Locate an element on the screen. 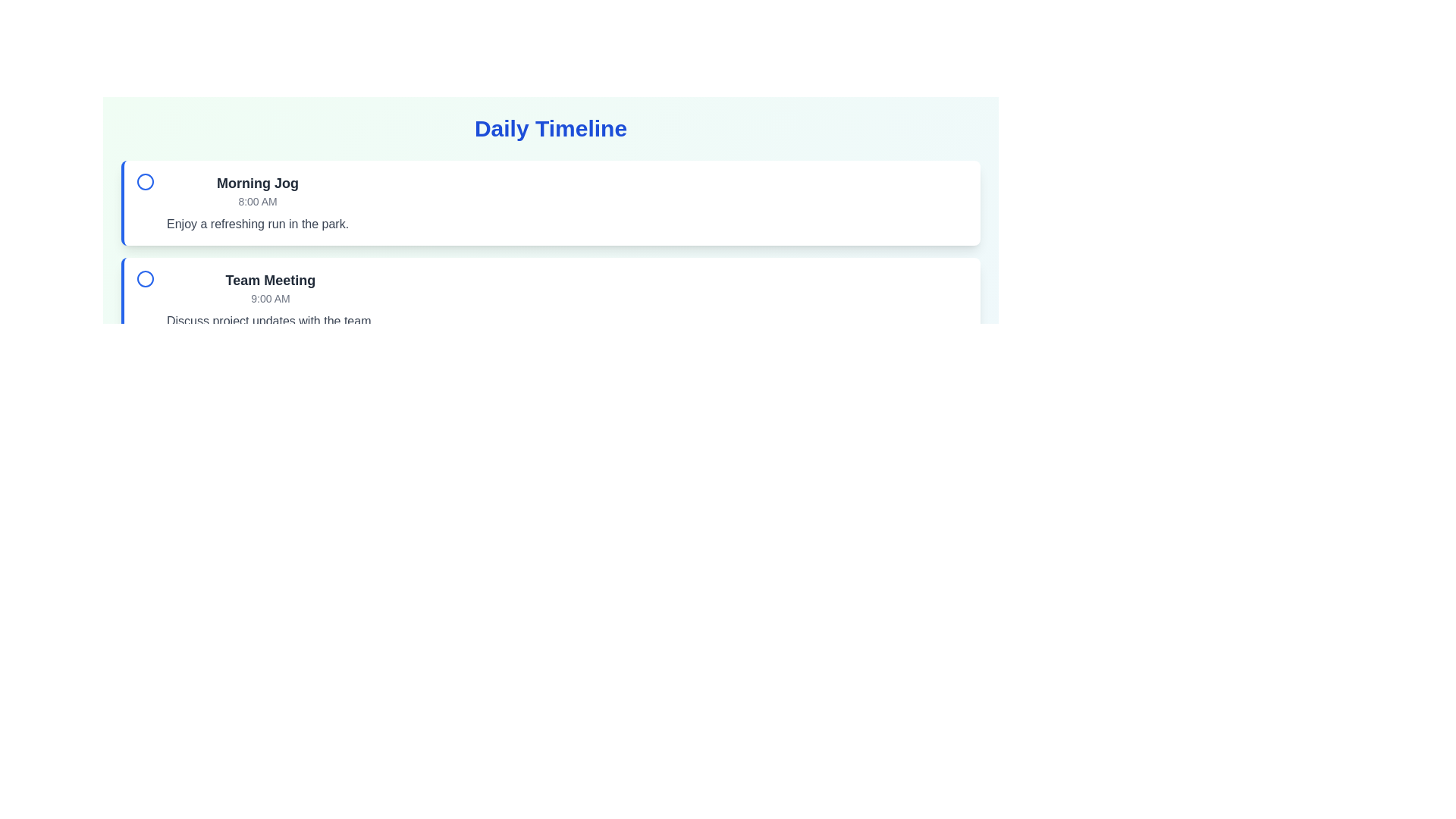 This screenshot has height=819, width=1456. information from the text label displaying 'Morning Jog' which is bold and dark gray, located in the top-left quadrant of the Daily Timeline component is located at coordinates (258, 183).